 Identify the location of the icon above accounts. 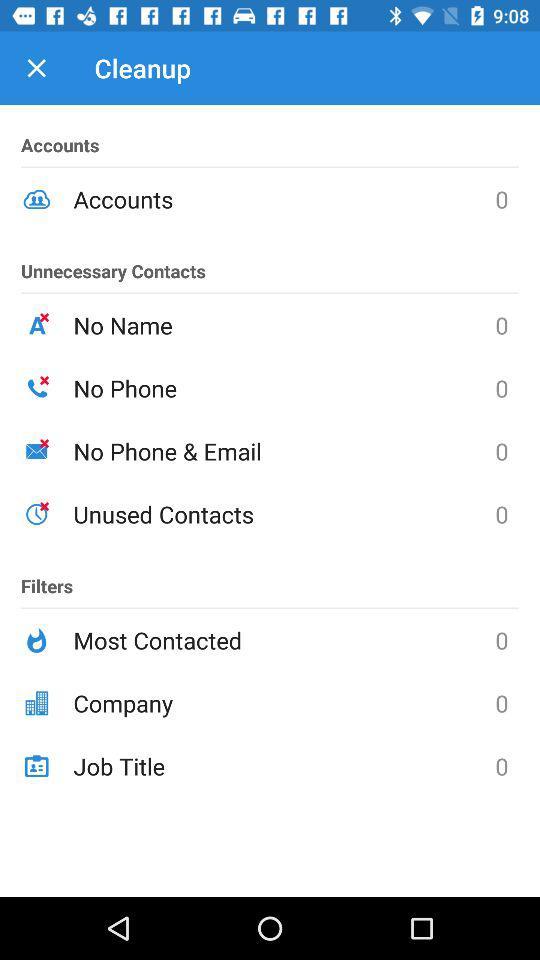
(36, 68).